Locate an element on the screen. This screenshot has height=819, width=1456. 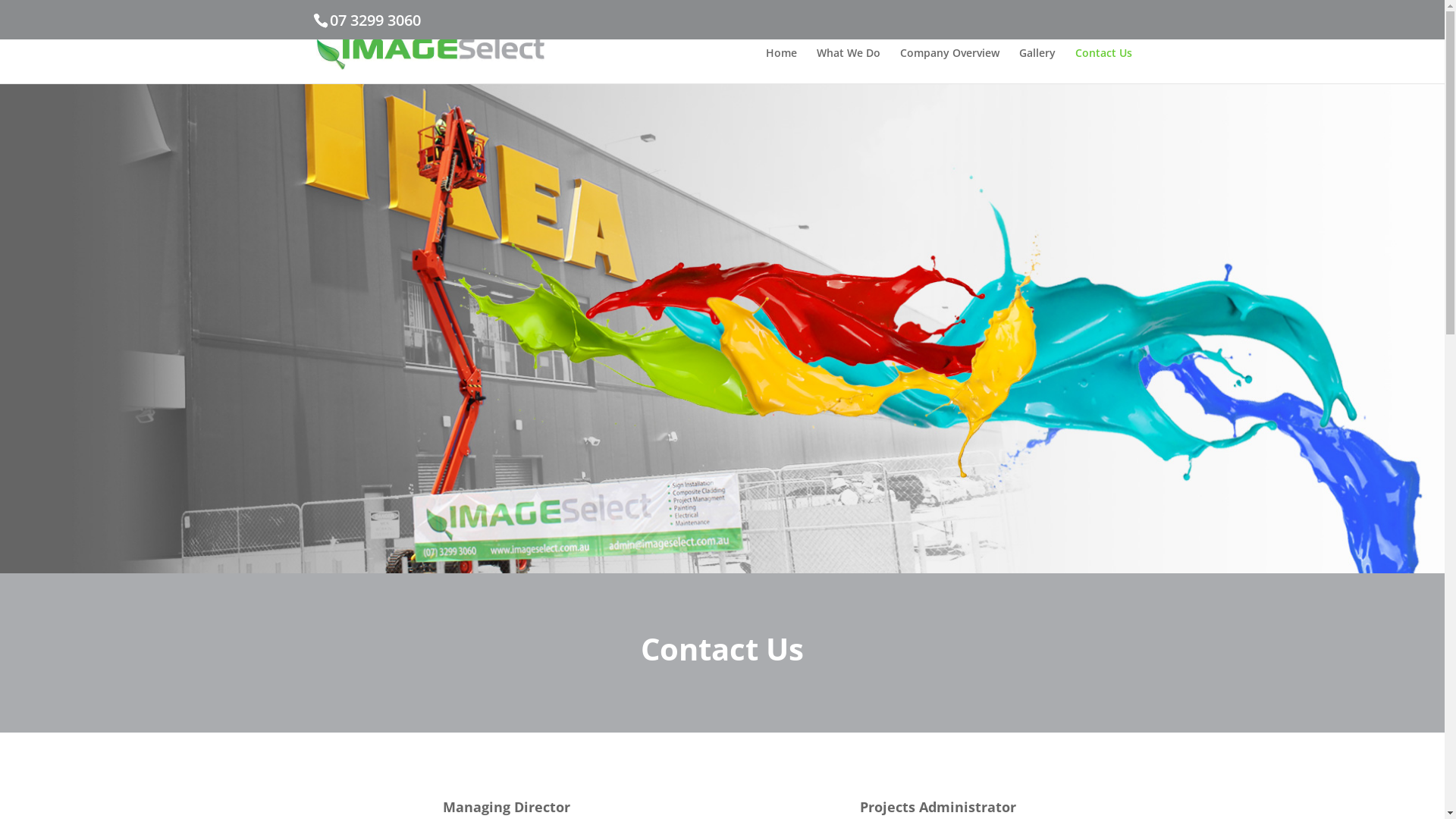
'What We Do' is located at coordinates (847, 64).